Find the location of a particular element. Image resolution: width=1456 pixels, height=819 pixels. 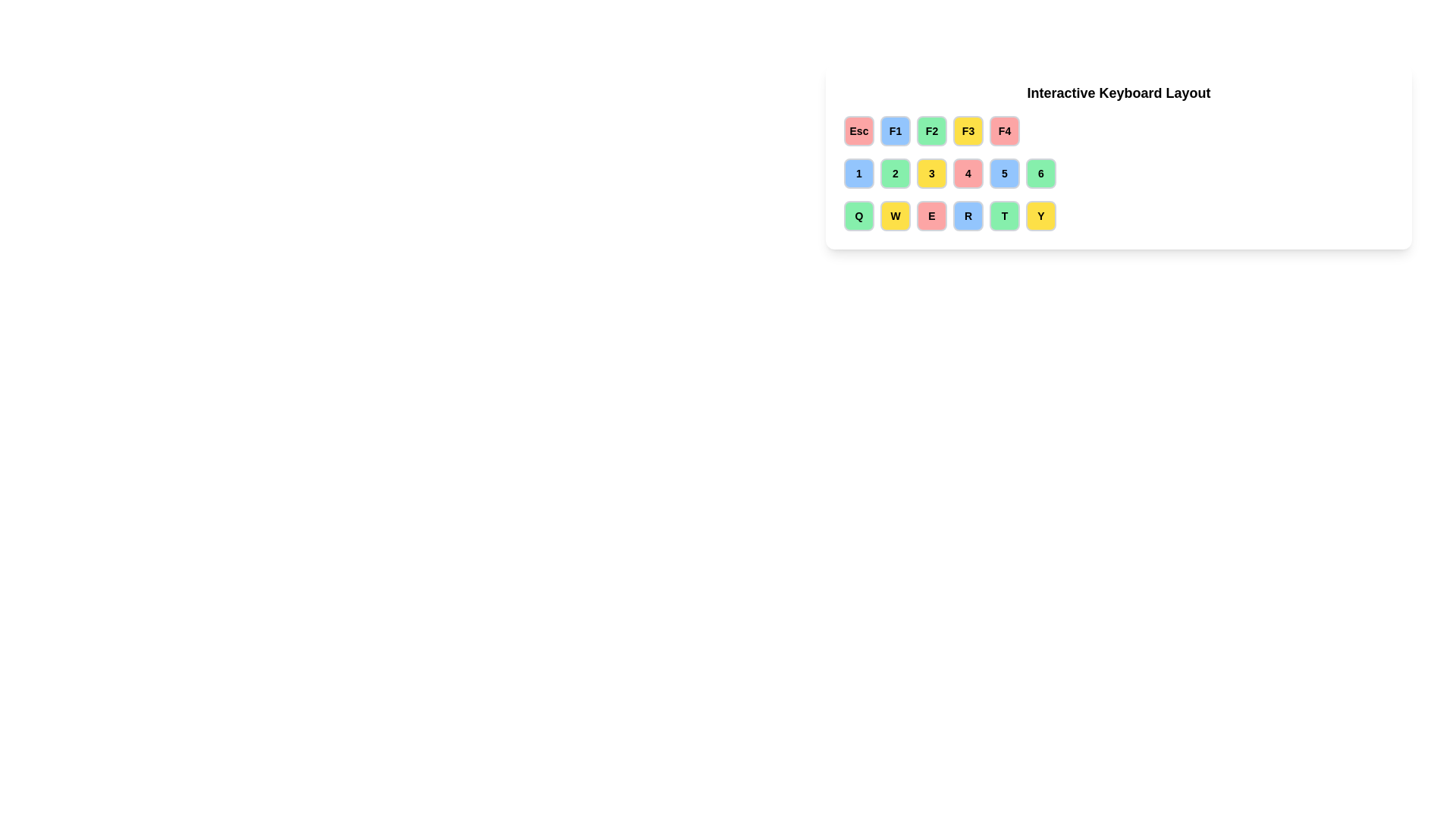

the green square button with a bold black 'Q' in the center, located at the bottom-left of a group of six horizontal buttons is located at coordinates (858, 216).